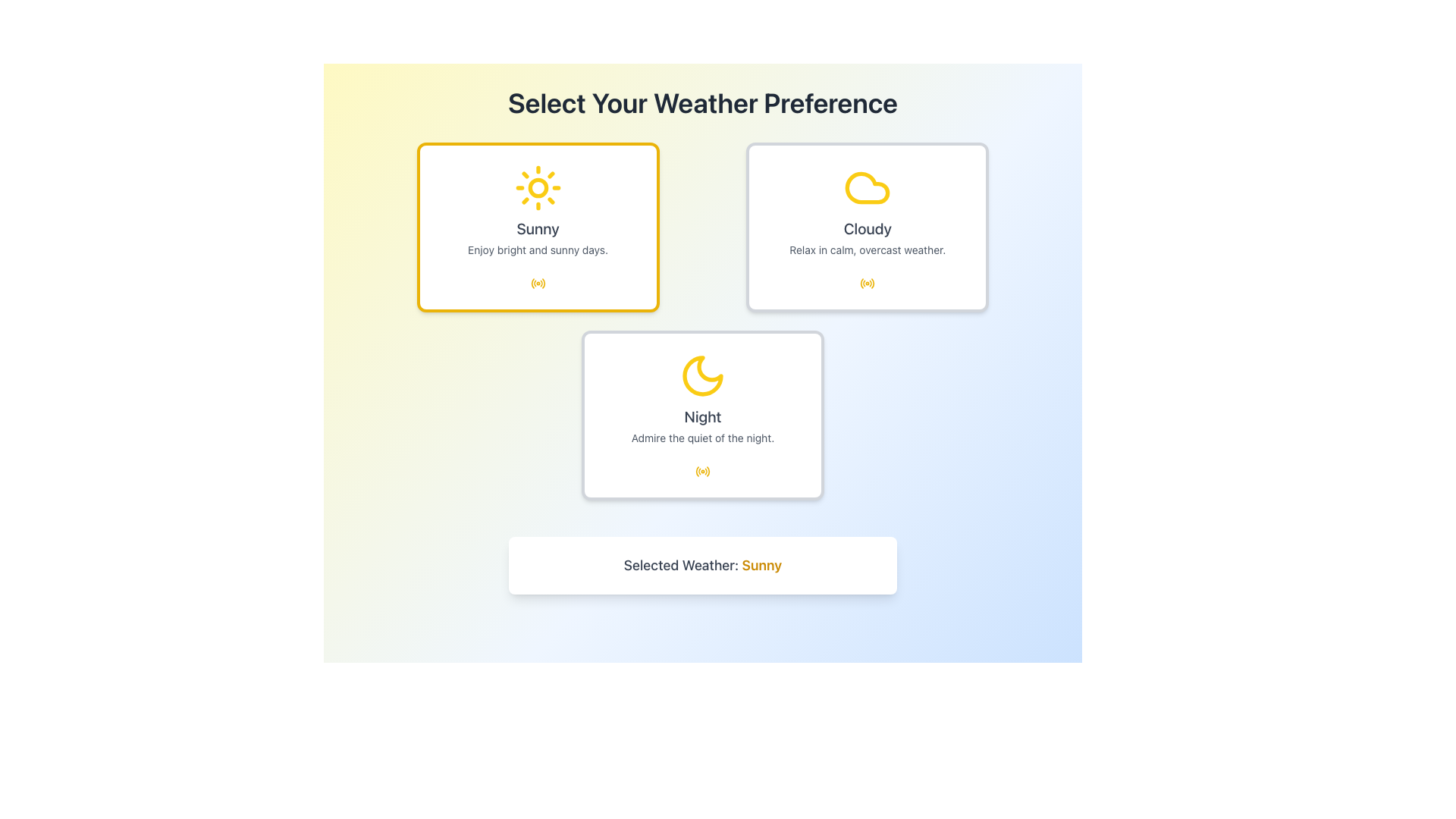 This screenshot has width=1456, height=819. I want to click on the heading element that introduces and describes the purpose of the interface for selecting weather preferences, so click(701, 102).